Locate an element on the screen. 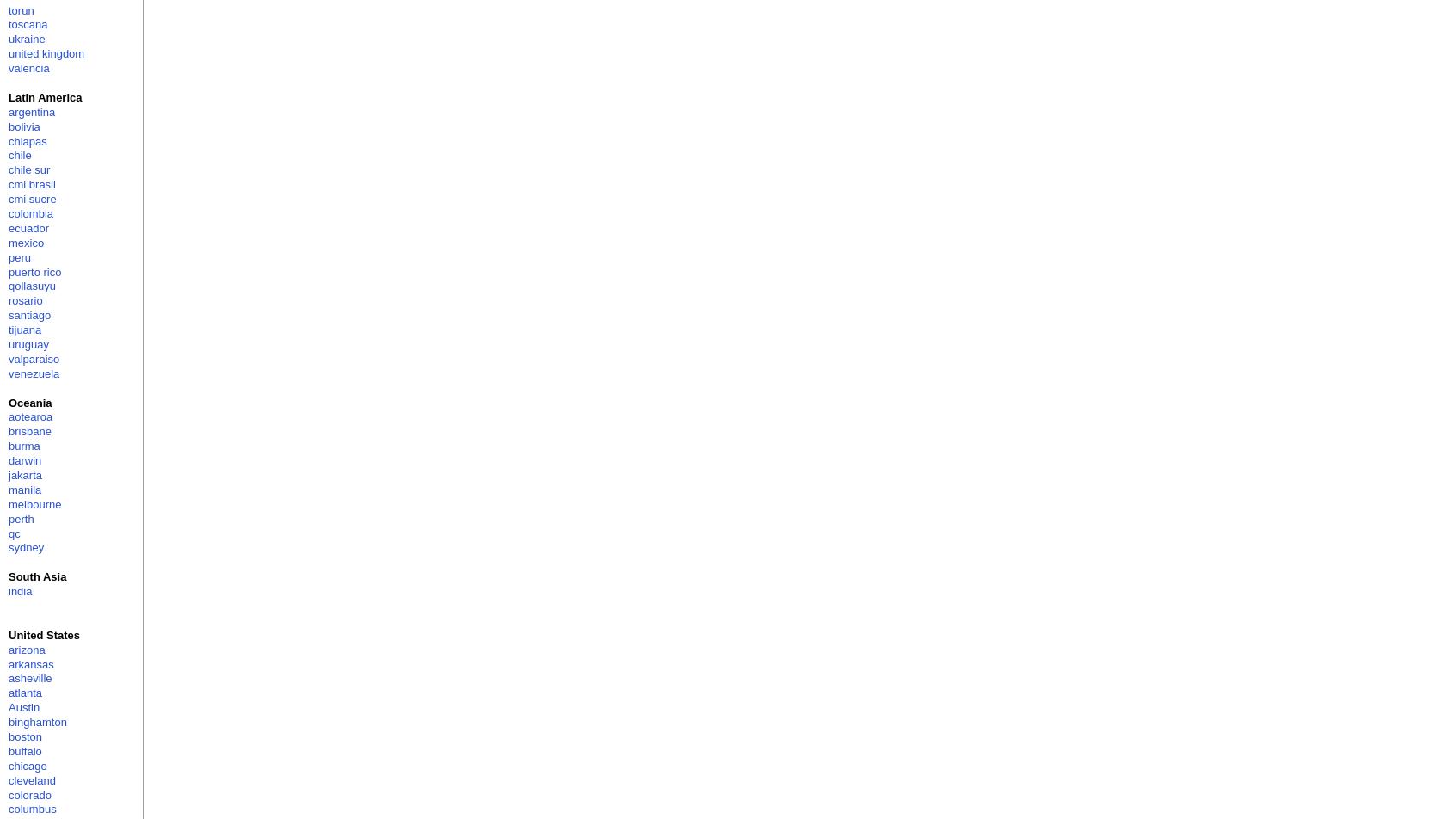  'aotearoa' is located at coordinates (29, 416).